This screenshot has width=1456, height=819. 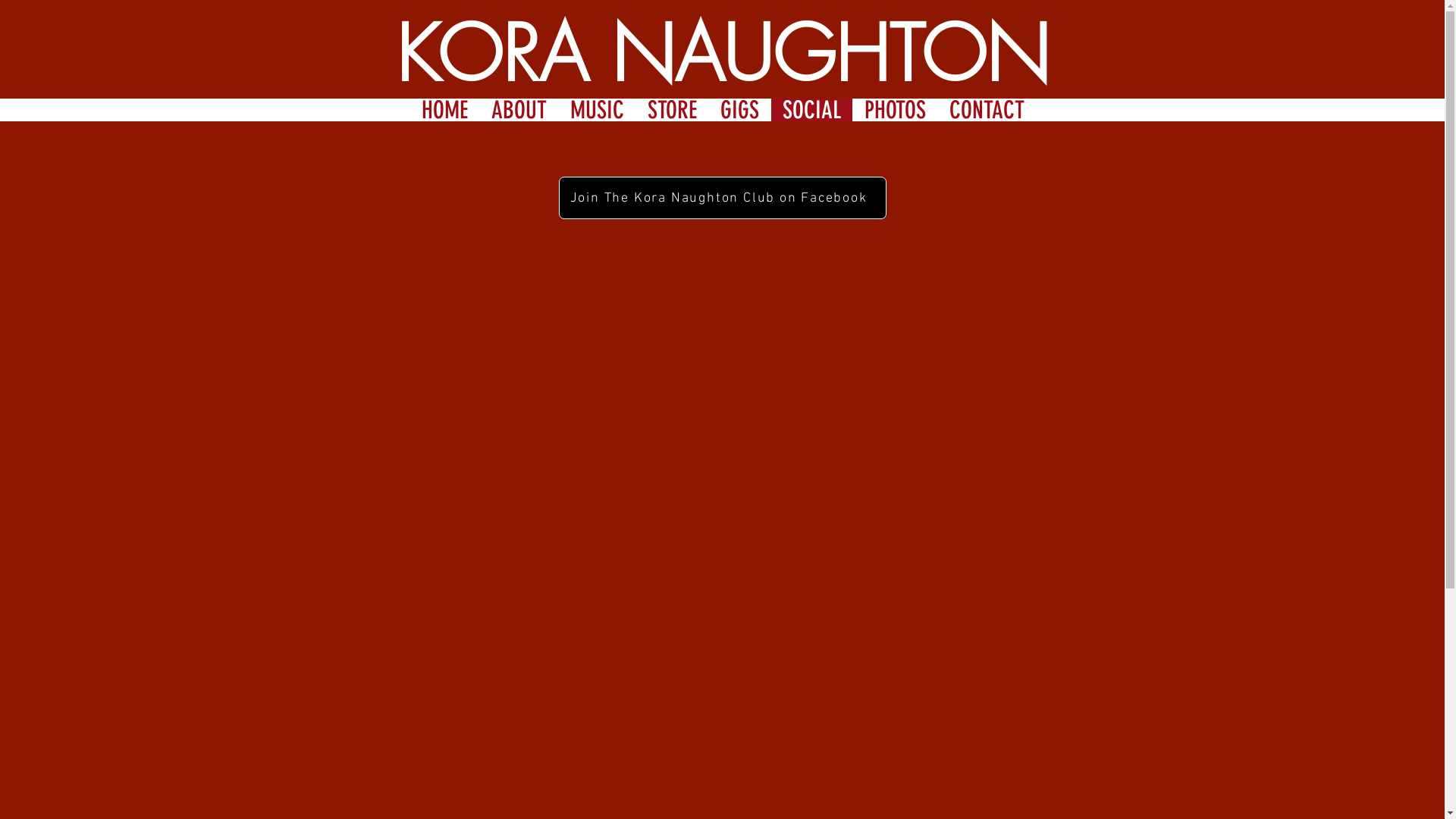 What do you see at coordinates (895, 109) in the screenshot?
I see `'PHOTOS'` at bounding box center [895, 109].